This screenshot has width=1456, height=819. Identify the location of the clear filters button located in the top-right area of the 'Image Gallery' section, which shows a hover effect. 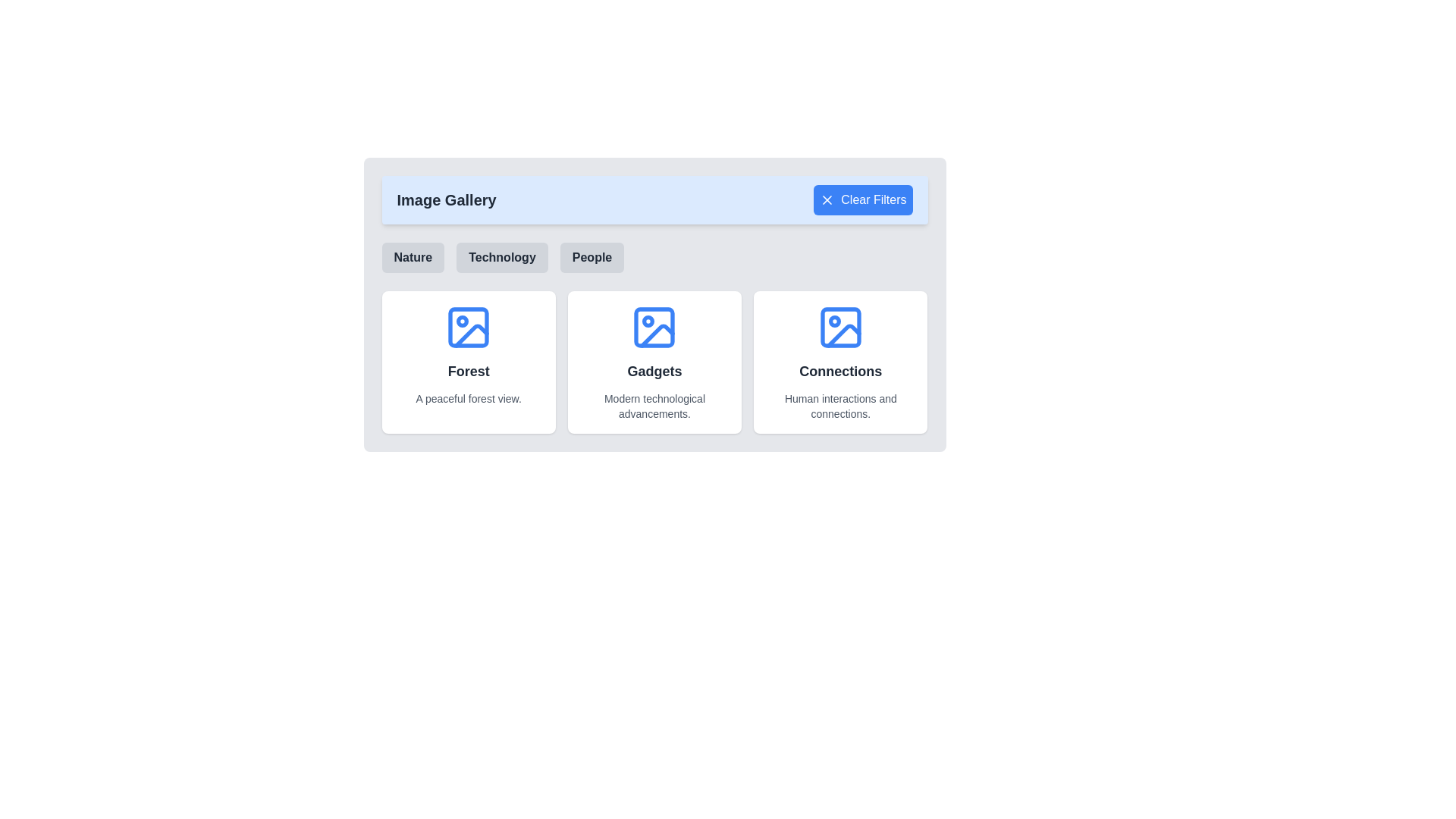
(863, 199).